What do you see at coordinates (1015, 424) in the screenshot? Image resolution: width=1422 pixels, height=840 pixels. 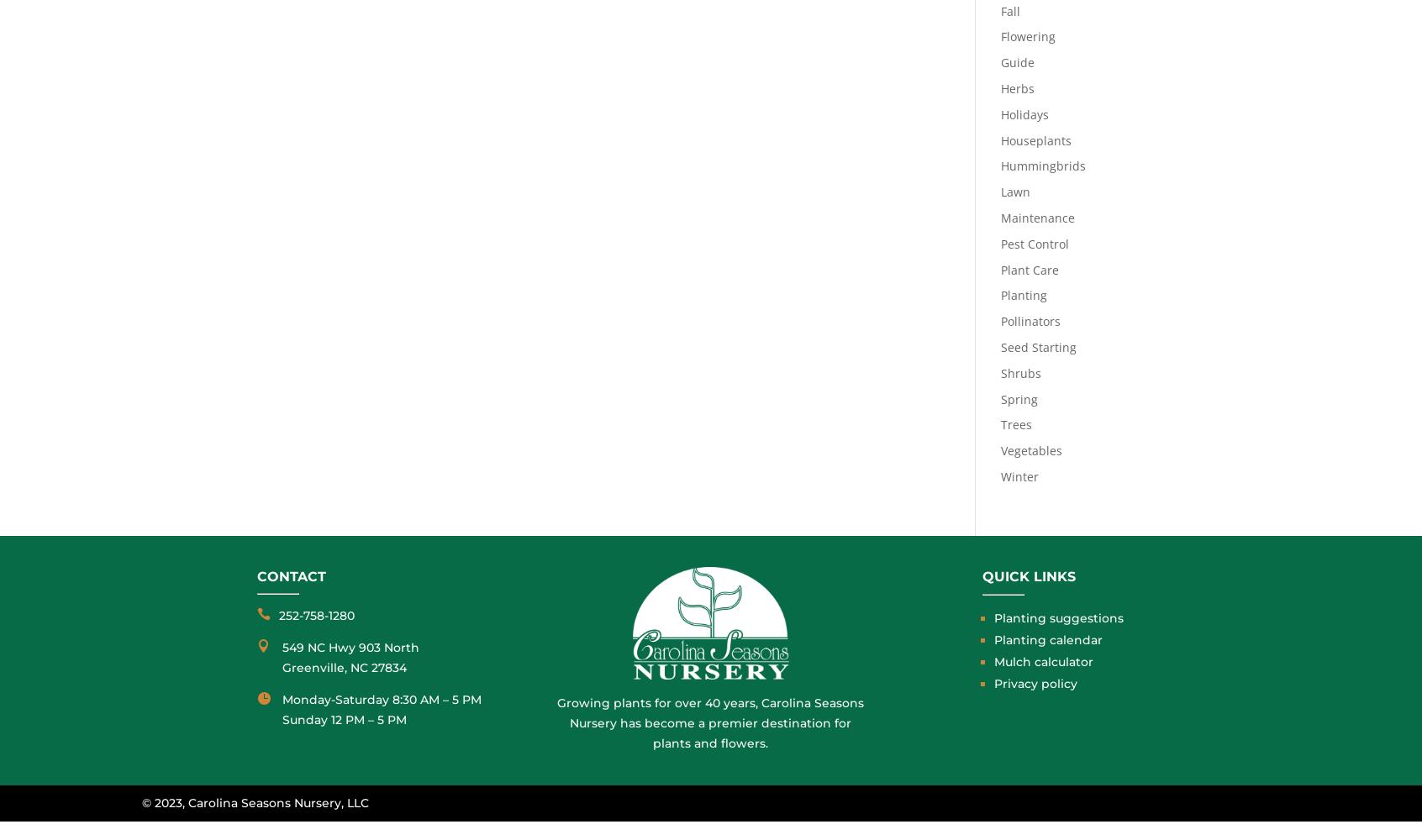 I see `'Trees'` at bounding box center [1015, 424].